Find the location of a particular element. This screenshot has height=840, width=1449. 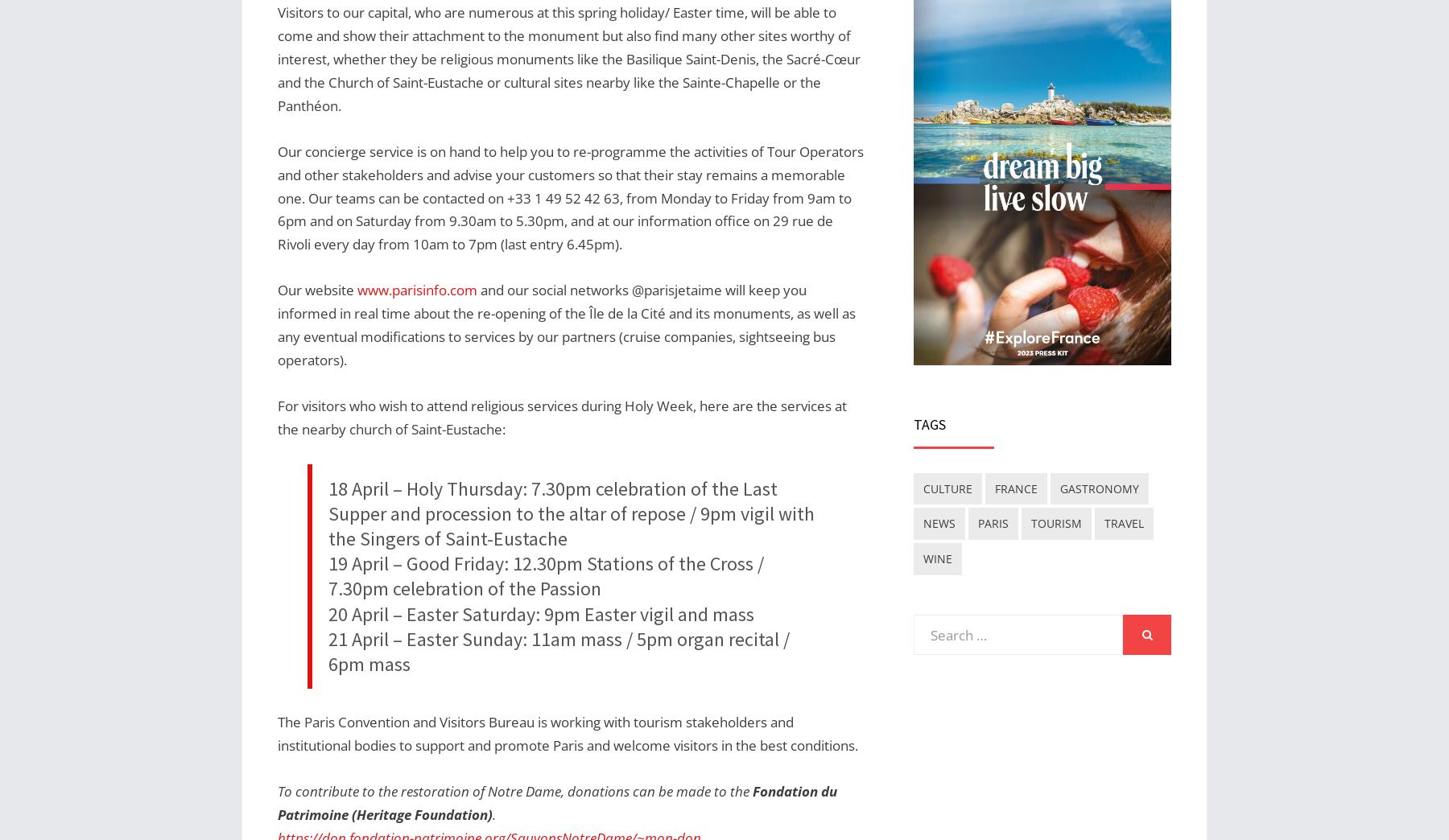

'News' is located at coordinates (922, 523).